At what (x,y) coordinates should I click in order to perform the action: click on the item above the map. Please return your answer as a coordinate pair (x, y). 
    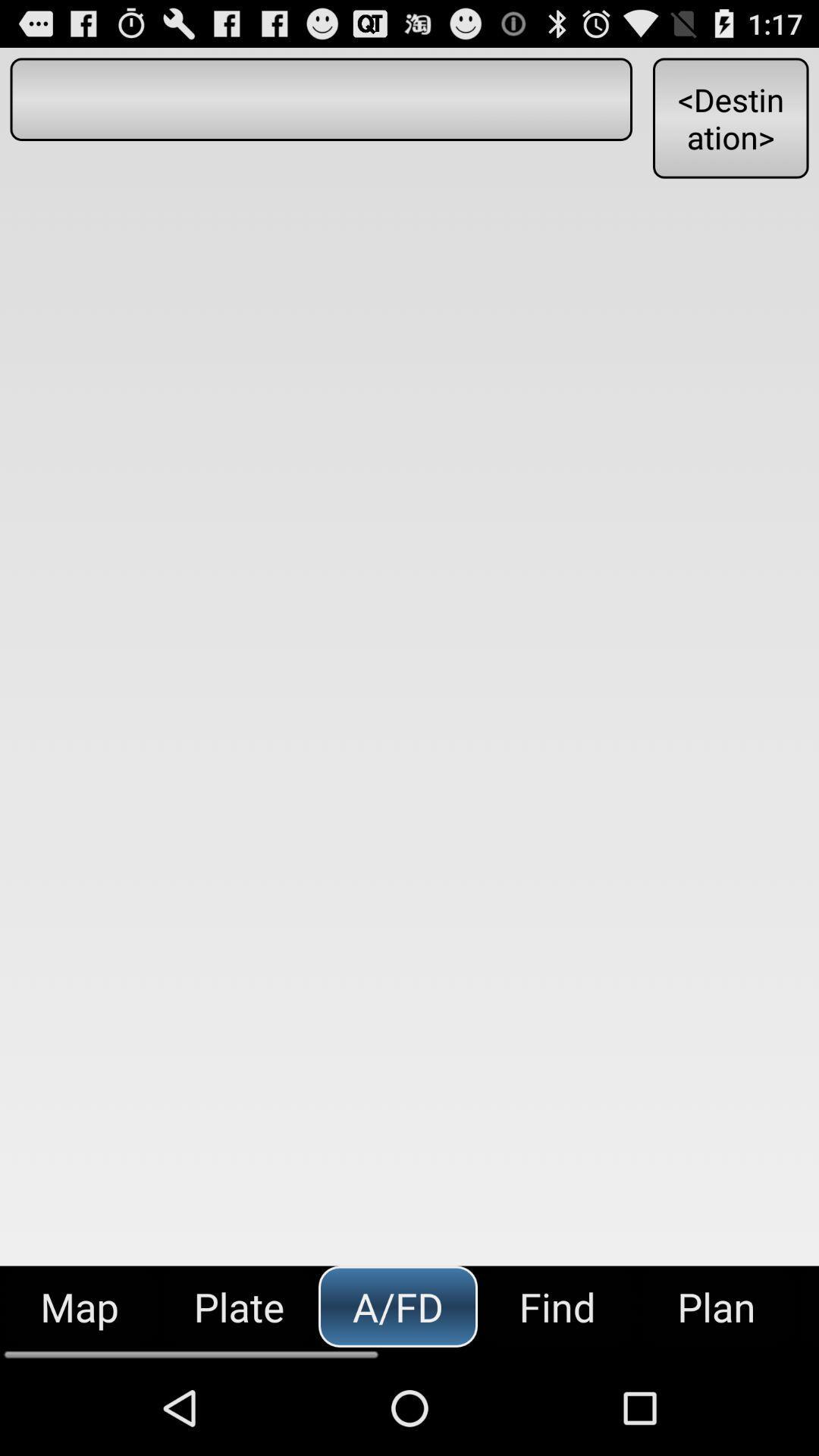
    Looking at the image, I should click on (320, 99).